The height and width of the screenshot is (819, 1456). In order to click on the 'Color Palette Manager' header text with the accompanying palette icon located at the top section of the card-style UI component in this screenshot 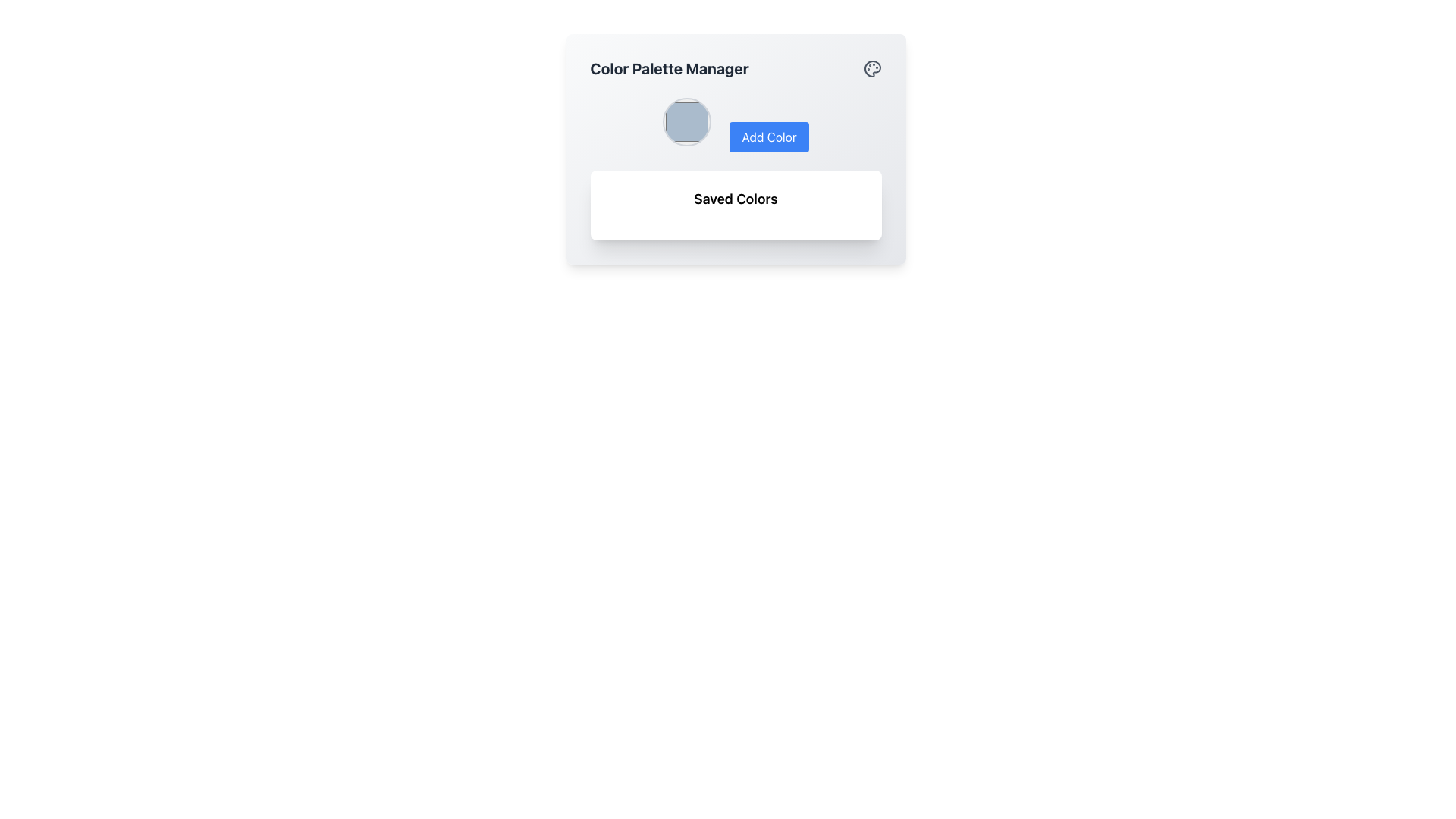, I will do `click(736, 69)`.